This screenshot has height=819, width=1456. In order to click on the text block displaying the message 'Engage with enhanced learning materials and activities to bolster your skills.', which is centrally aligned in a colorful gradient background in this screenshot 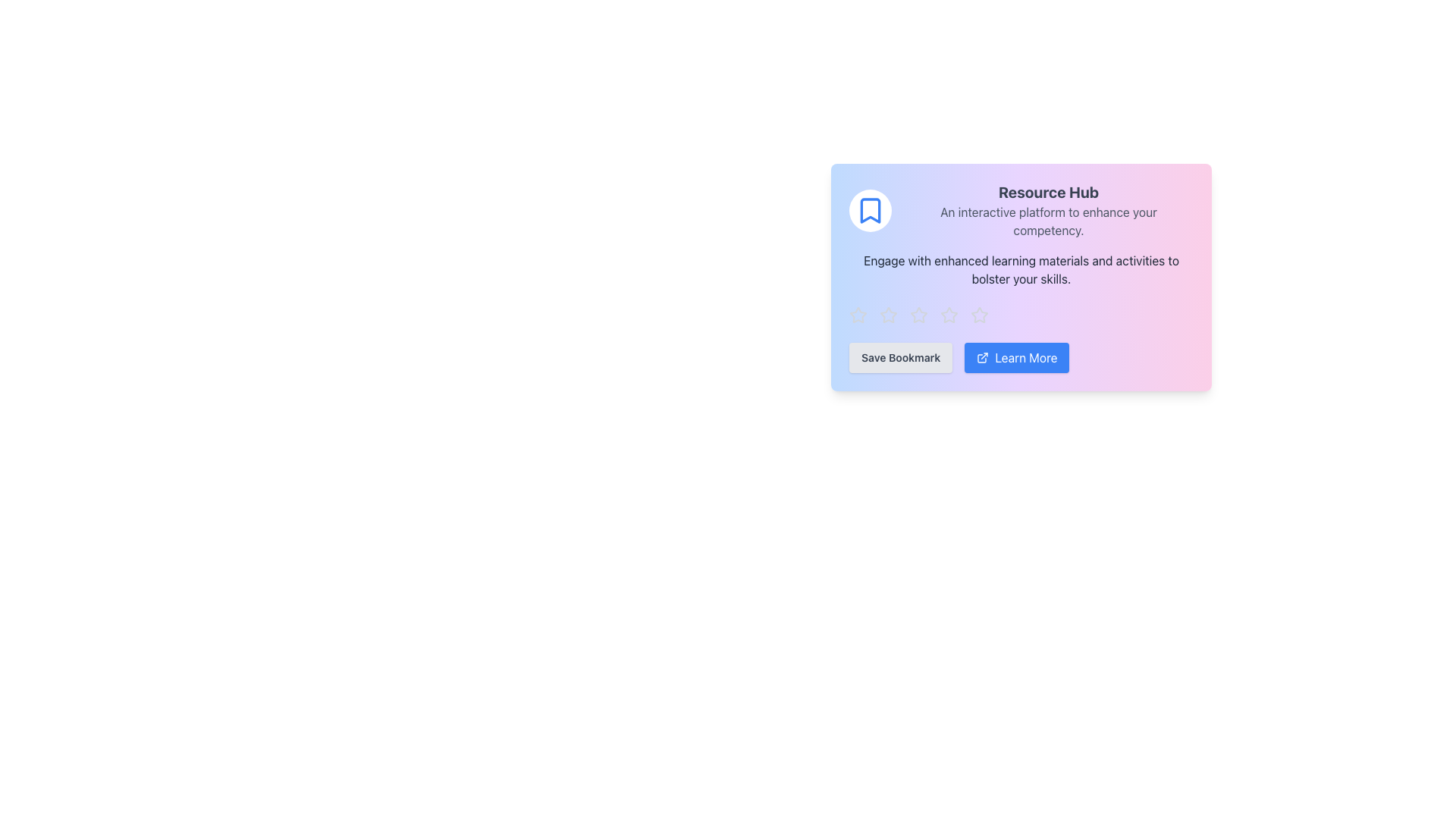, I will do `click(1021, 268)`.